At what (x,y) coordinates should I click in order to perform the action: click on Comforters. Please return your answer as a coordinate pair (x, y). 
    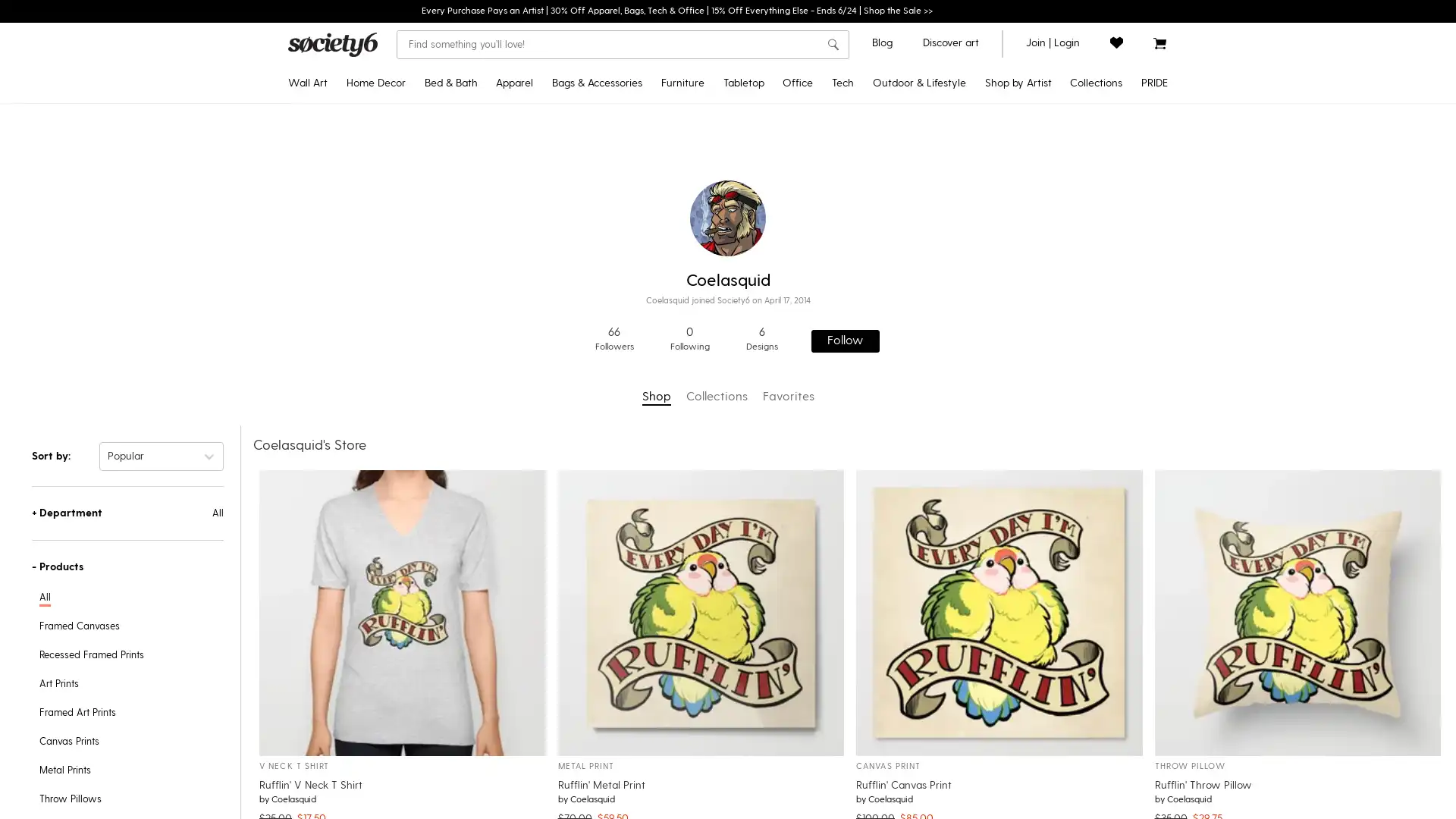
    Looking at the image, I should click on (483, 121).